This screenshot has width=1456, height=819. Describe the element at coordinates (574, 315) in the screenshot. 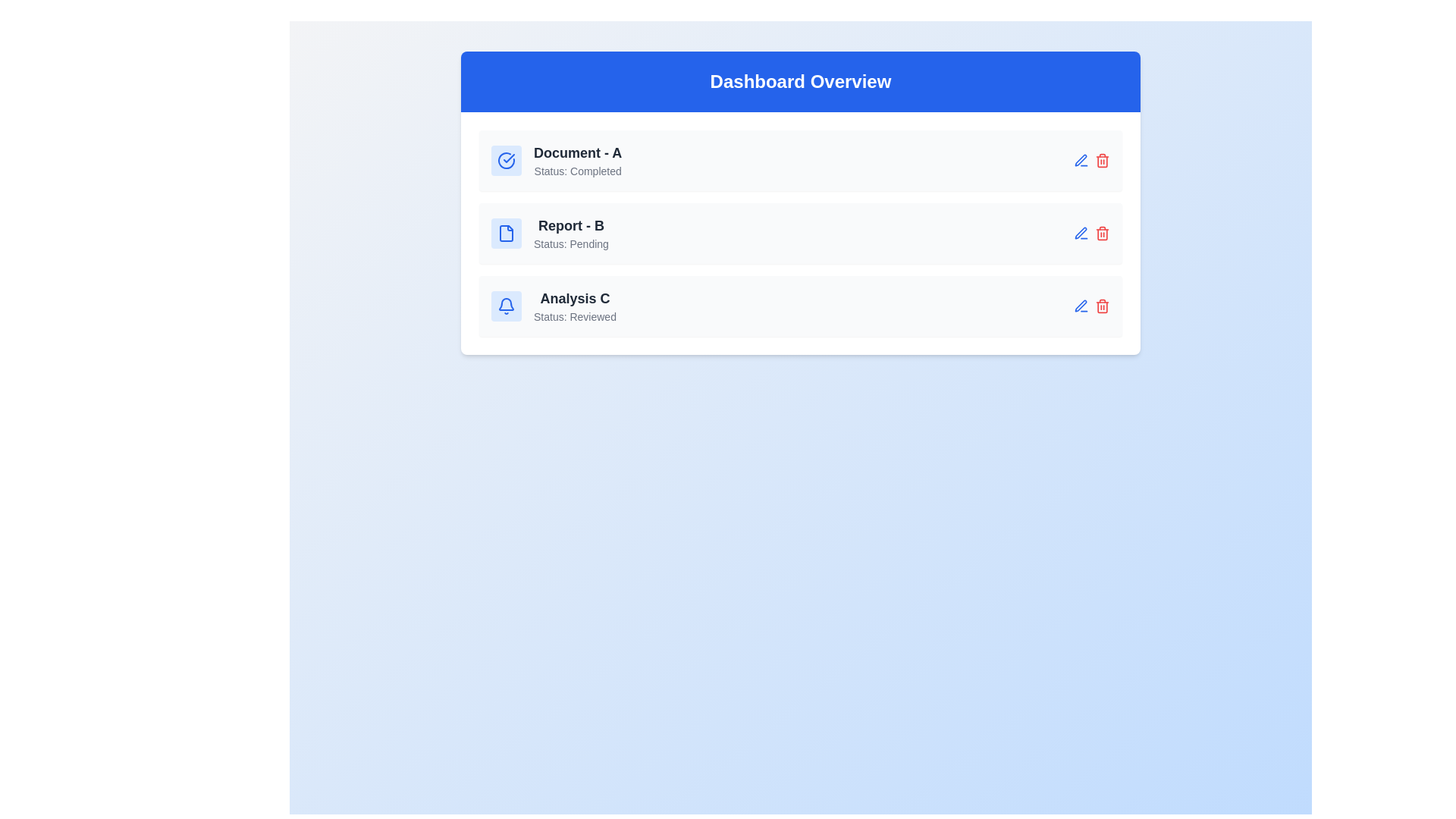

I see `the text label displaying 'Status: Reviewed', which is located below 'Analysis C' in the Dashboard Overview section` at that location.